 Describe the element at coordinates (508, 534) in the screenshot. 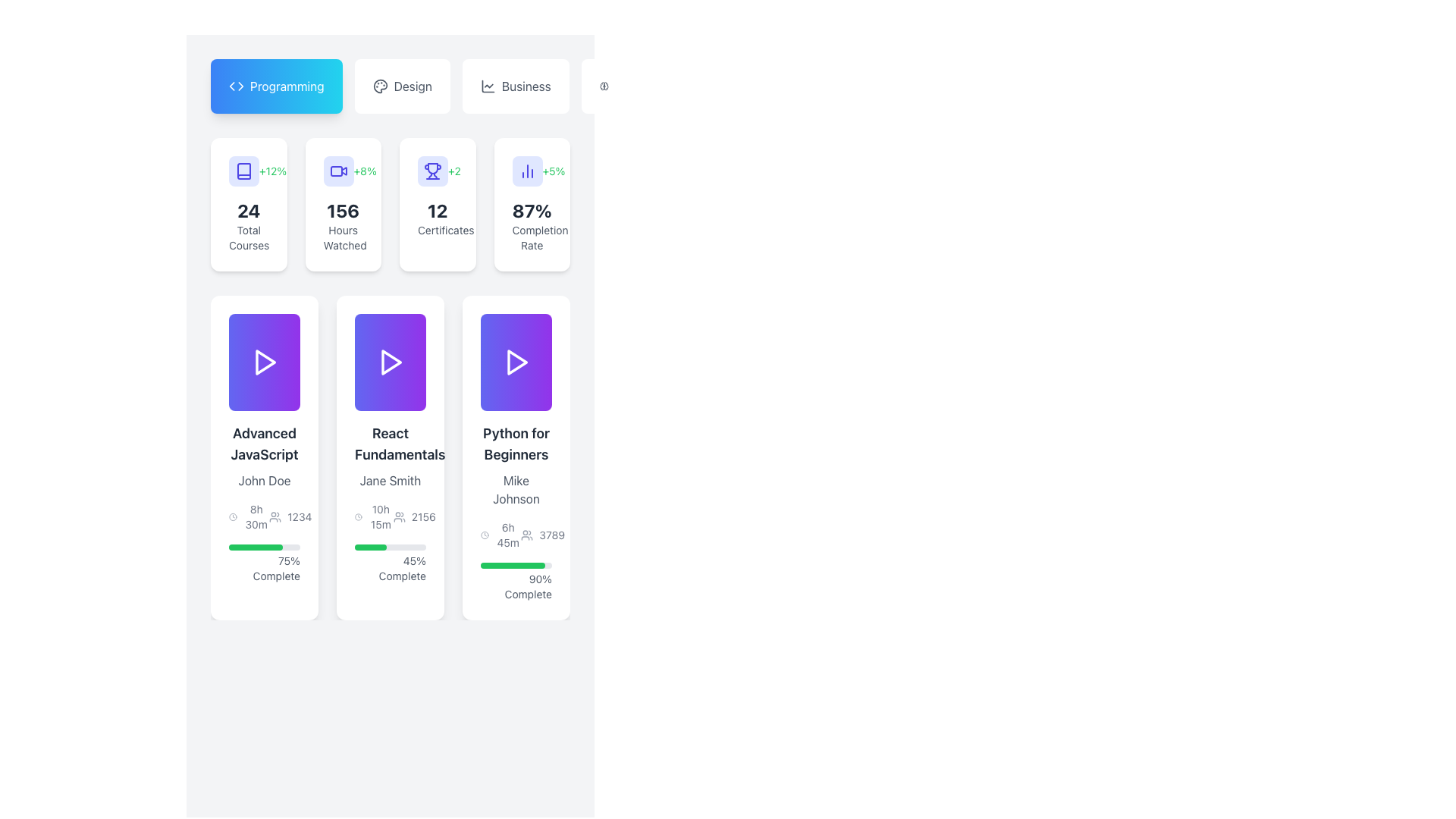

I see `the small text label displaying '6h 45m', which is styled with a gray font and located within the 'Python for Beginners' card, positioned below 'Mike Johnson' and to the right of a clock icon` at that location.